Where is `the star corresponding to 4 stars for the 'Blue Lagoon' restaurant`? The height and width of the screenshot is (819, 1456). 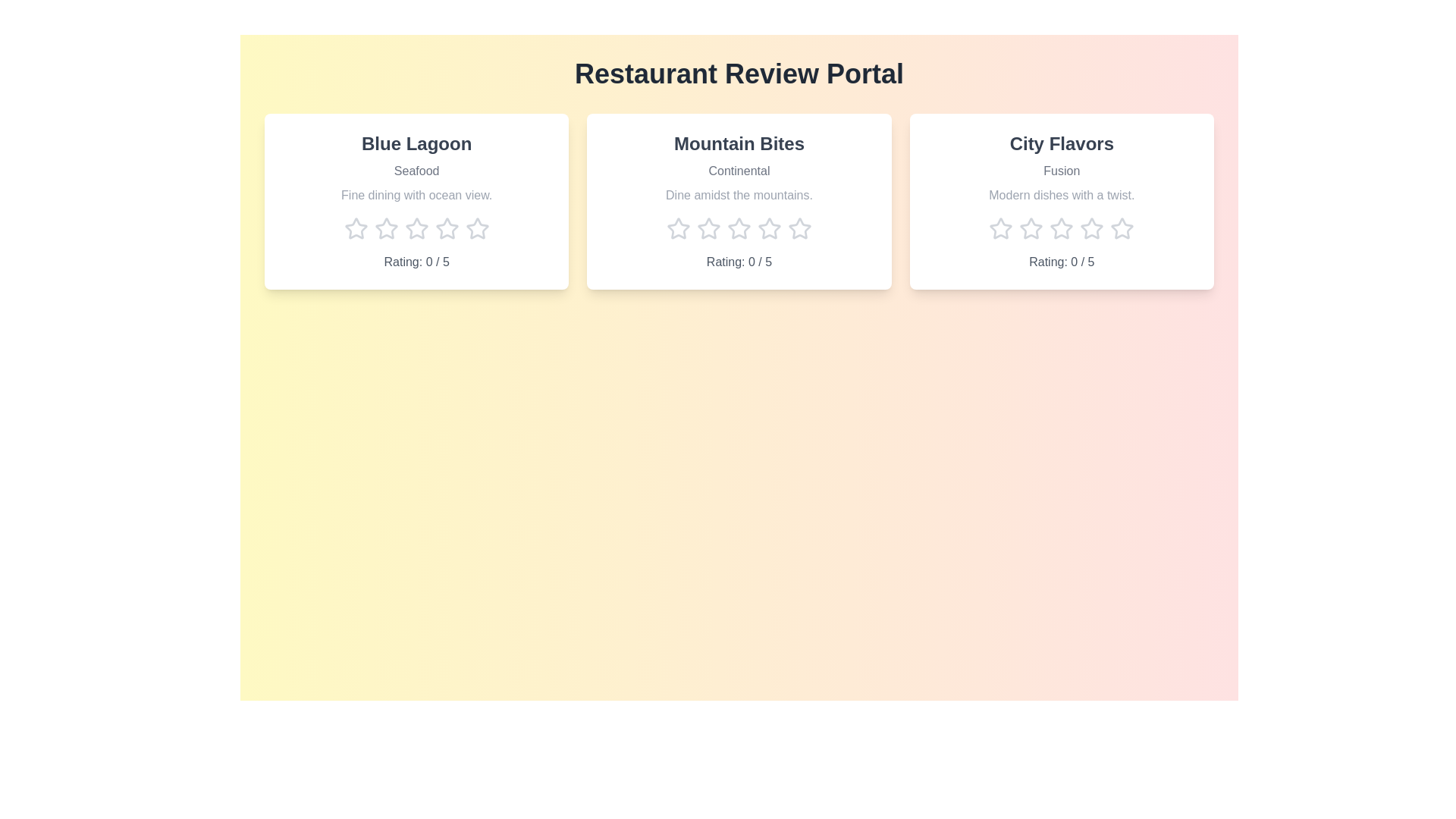 the star corresponding to 4 stars for the 'Blue Lagoon' restaurant is located at coordinates (446, 228).